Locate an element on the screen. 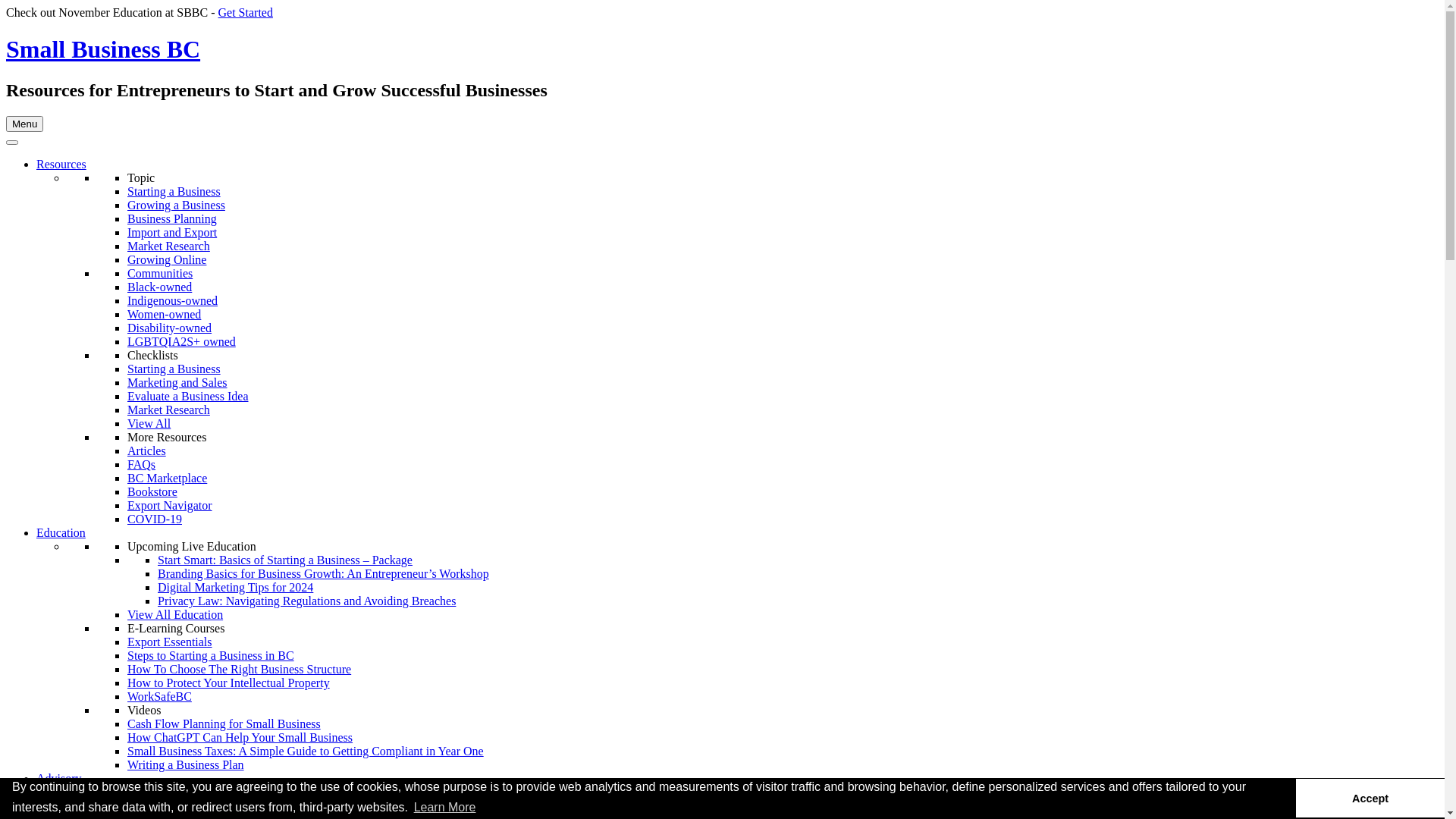 This screenshot has height=819, width=1456. 'Bookstore' is located at coordinates (152, 491).